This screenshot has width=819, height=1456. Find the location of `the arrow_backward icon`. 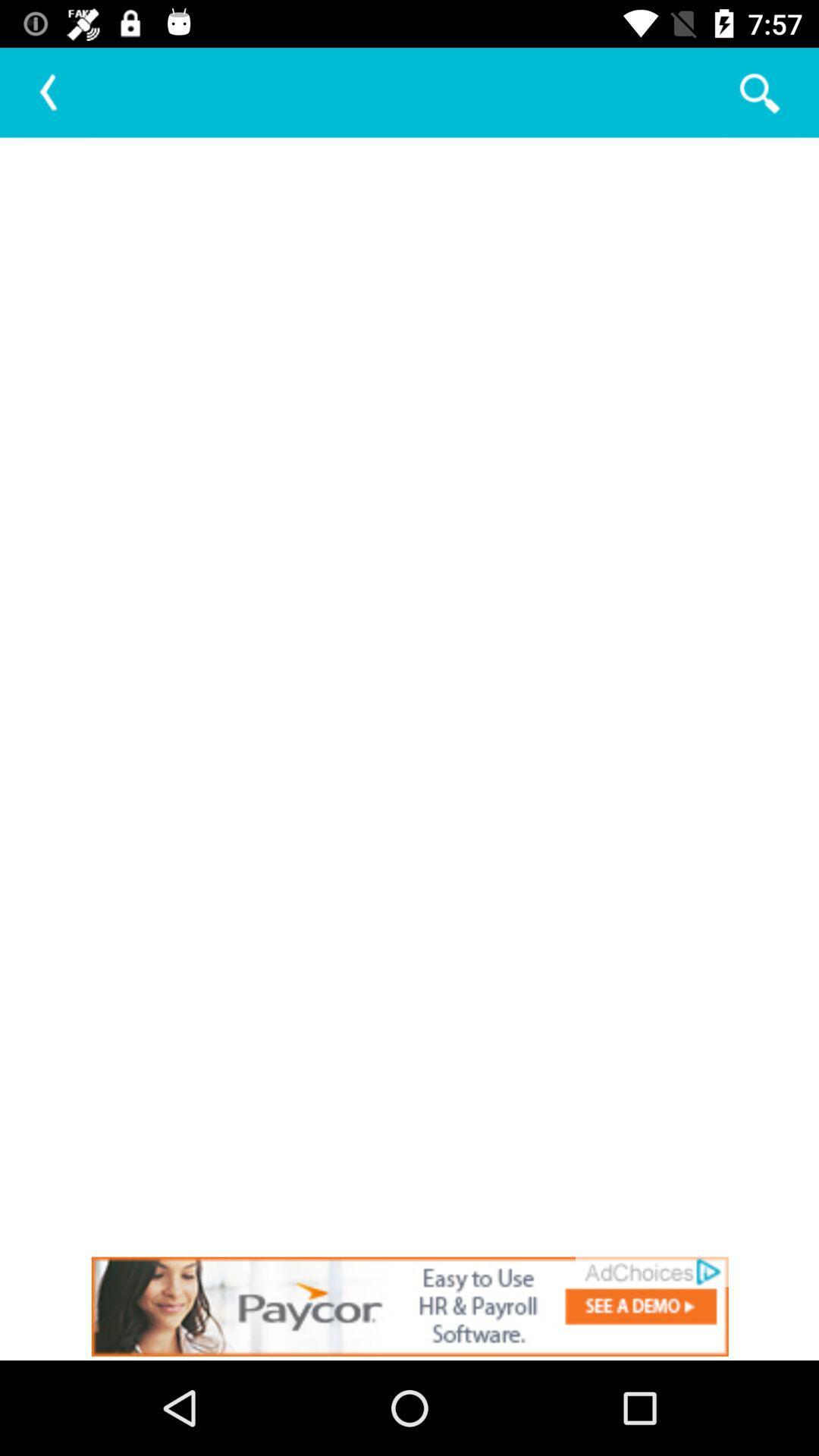

the arrow_backward icon is located at coordinates (49, 92).